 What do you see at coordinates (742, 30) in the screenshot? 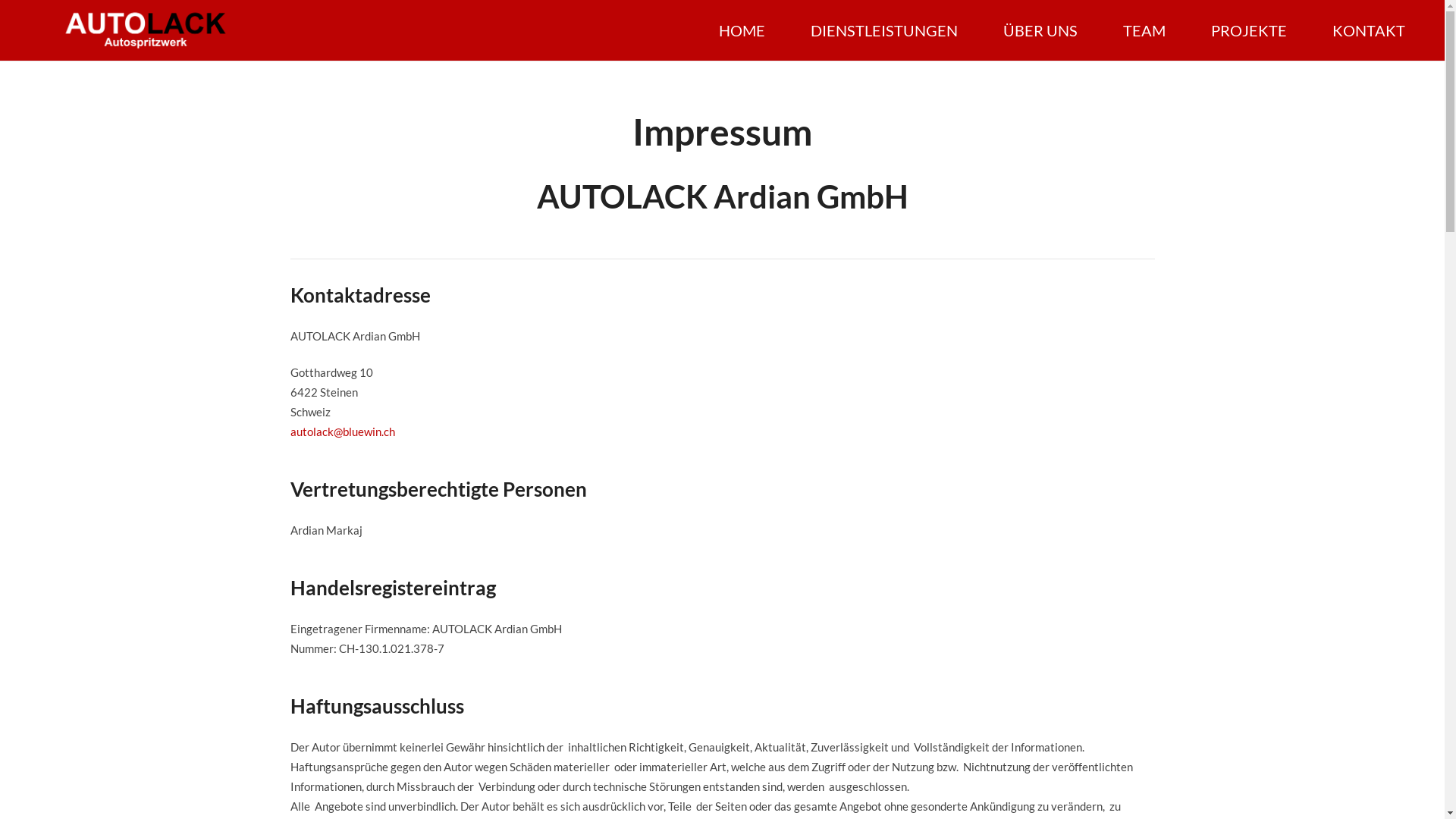
I see `'HOME'` at bounding box center [742, 30].